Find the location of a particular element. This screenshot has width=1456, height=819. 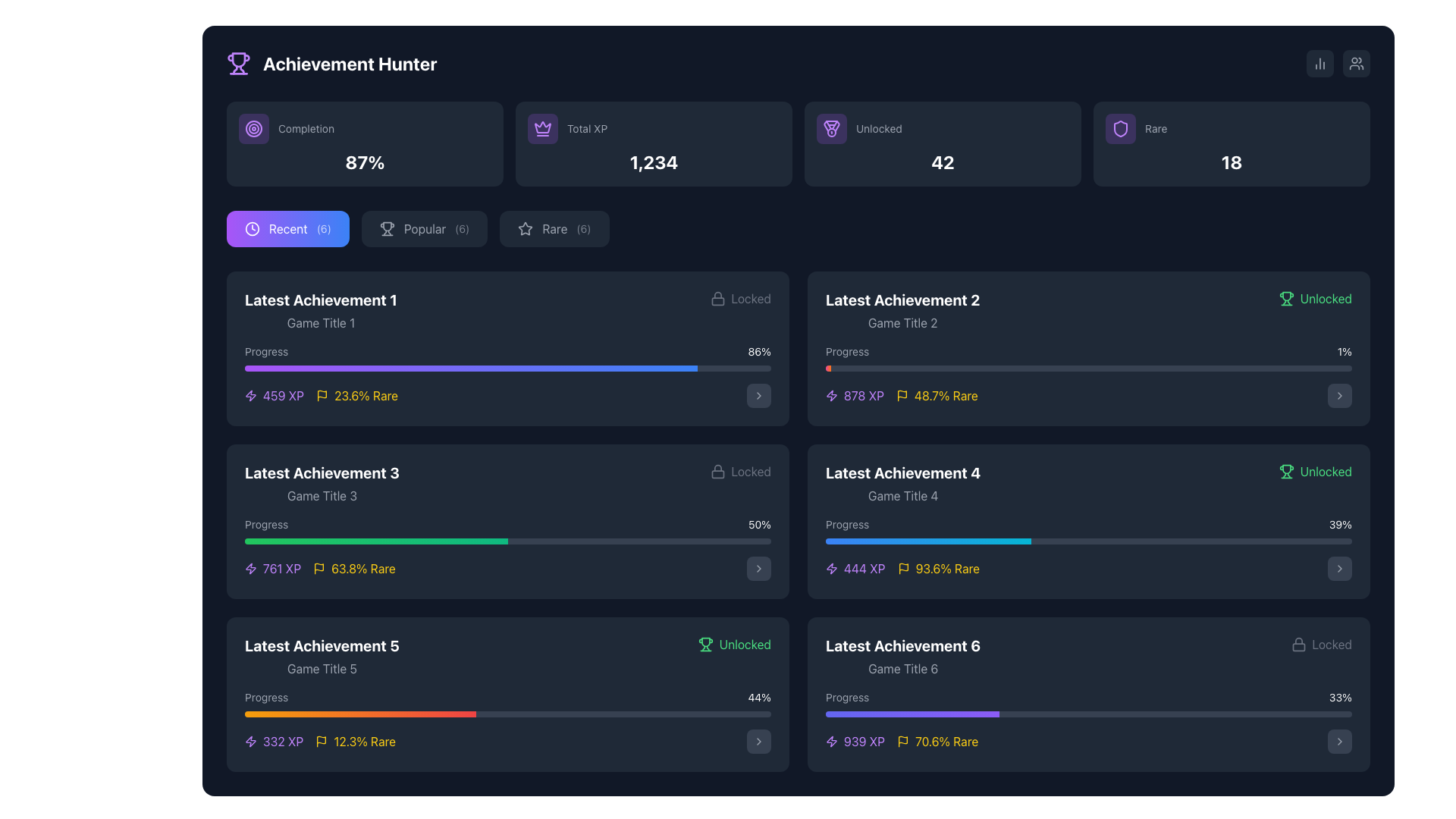

the largest circular vector graphic (SVG circle) that represents the 'Completion' metric within the first card displaying 'Completion' statistics in the top-left section of the UI is located at coordinates (254, 127).